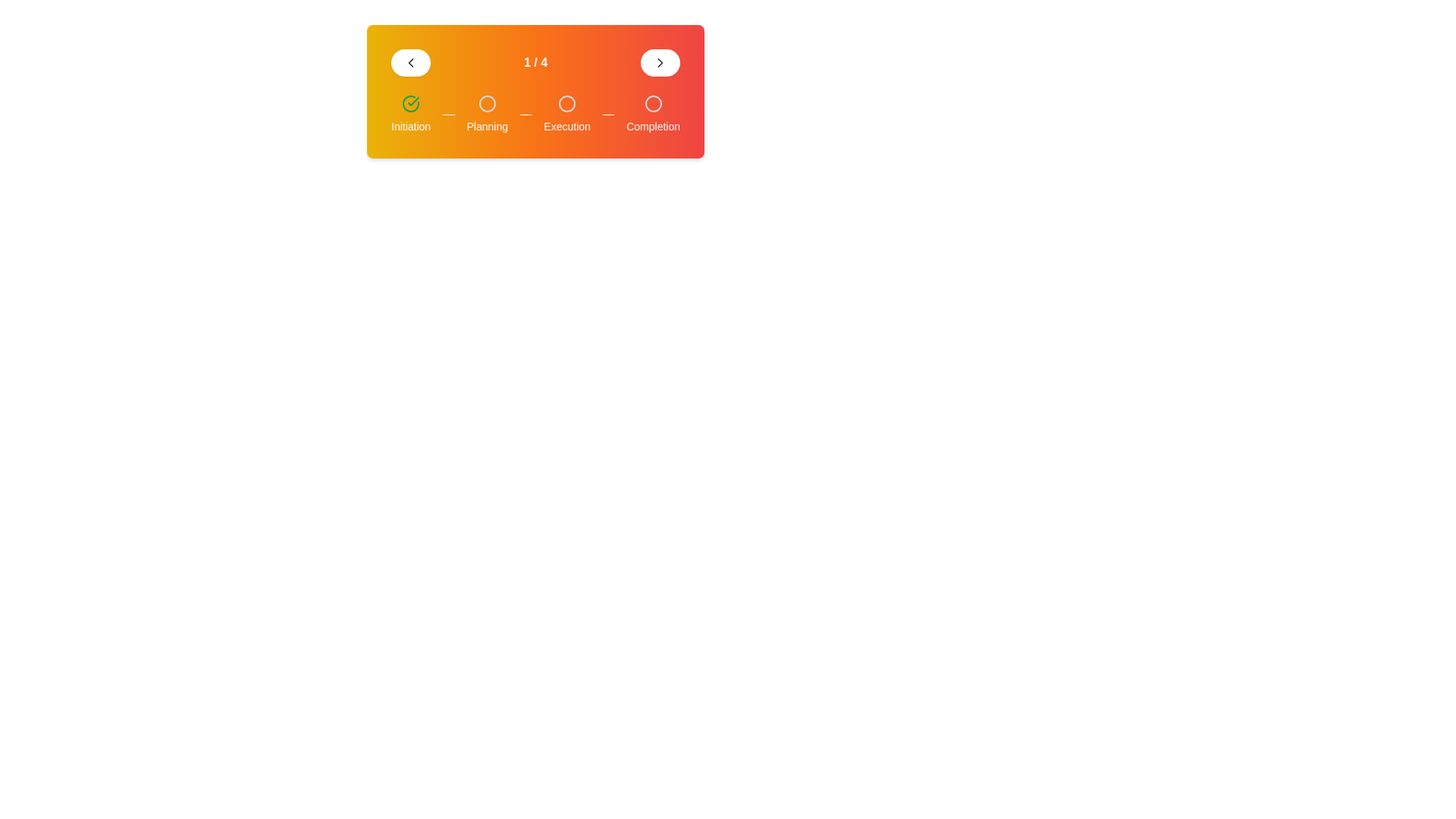 This screenshot has width=1456, height=819. Describe the element at coordinates (660, 62) in the screenshot. I see `the chevron icon pointing to the right, which is styled with SVG graphics and is likely used for navigation or progression` at that location.